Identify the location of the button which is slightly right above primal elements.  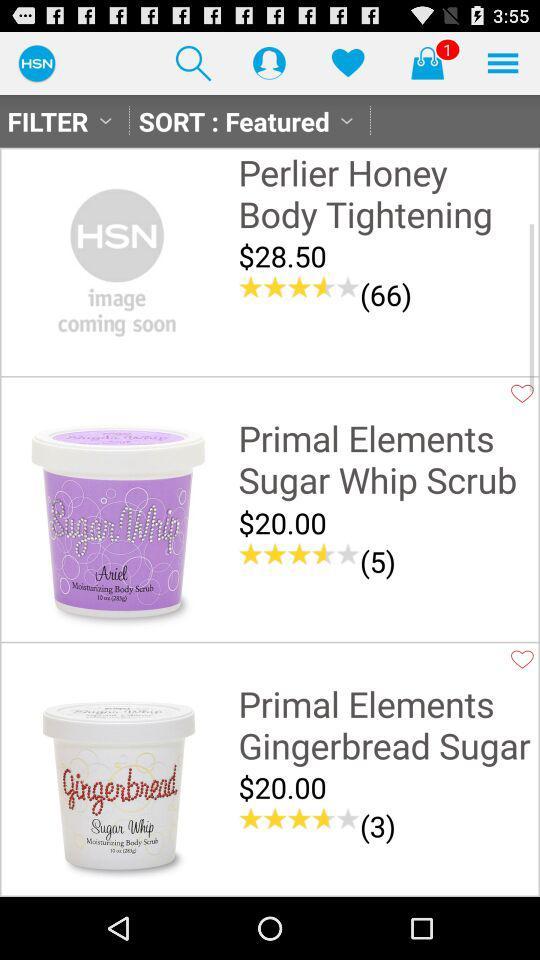
(522, 392).